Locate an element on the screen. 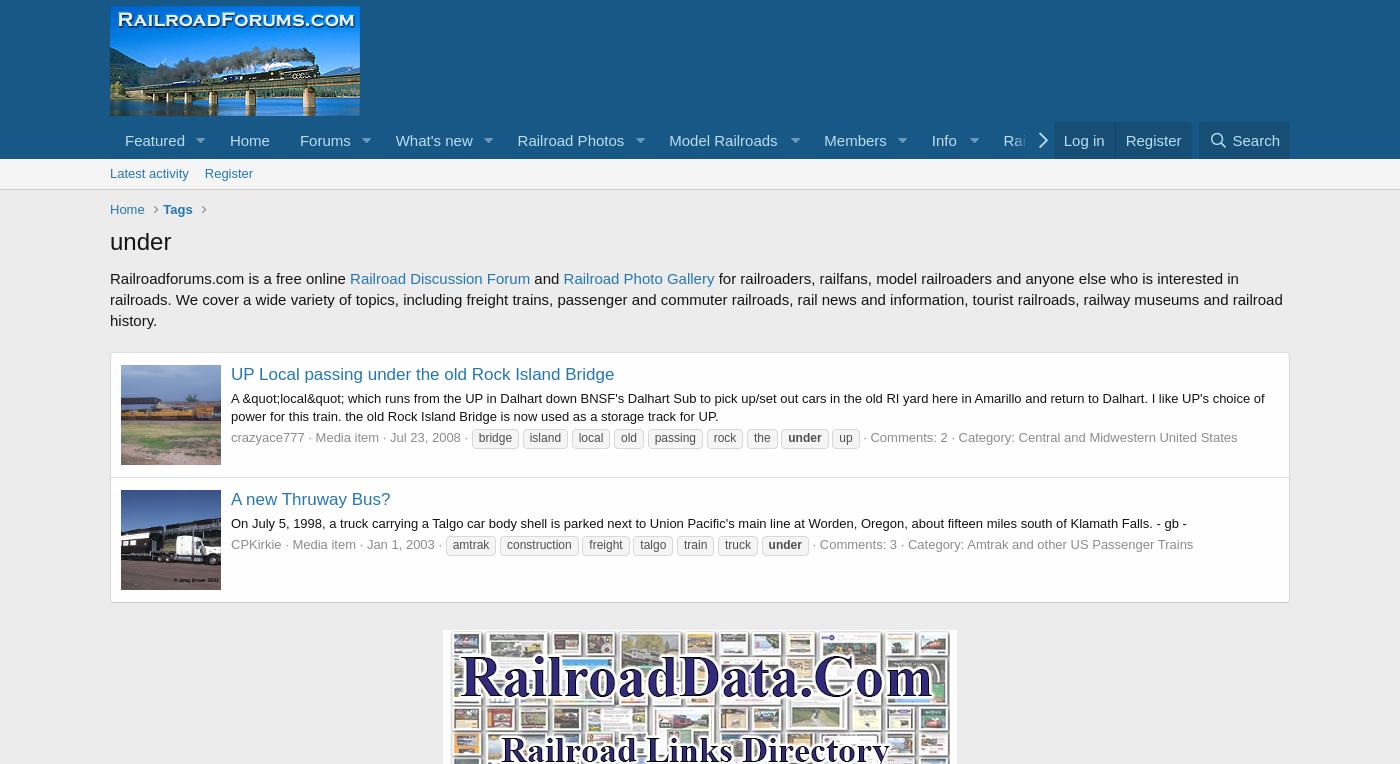 Image resolution: width=1400 pixels, height=764 pixels. 'Featured' is located at coordinates (154, 139).